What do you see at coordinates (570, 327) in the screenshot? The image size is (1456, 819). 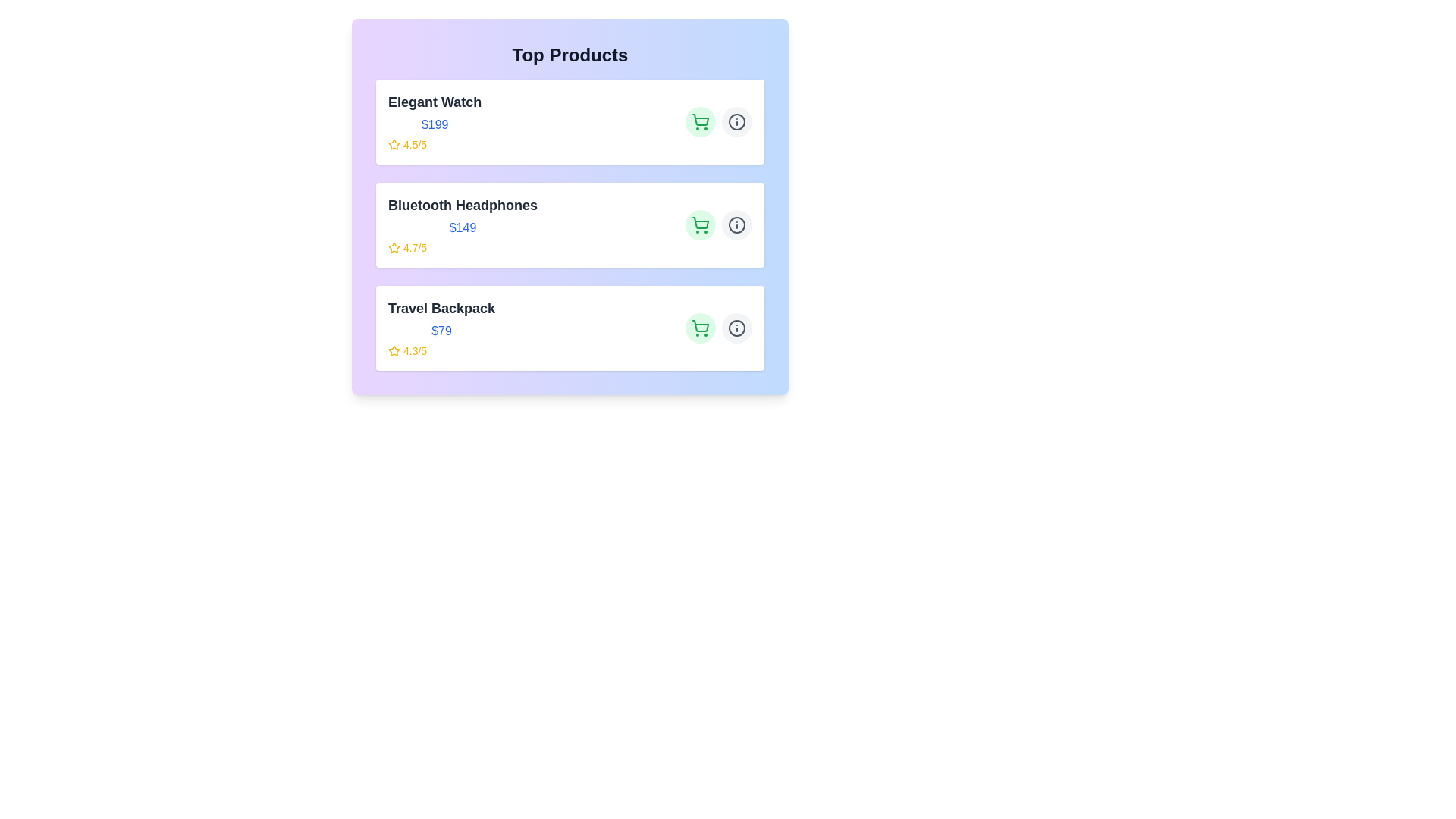 I see `the product card for Travel Backpack` at bounding box center [570, 327].